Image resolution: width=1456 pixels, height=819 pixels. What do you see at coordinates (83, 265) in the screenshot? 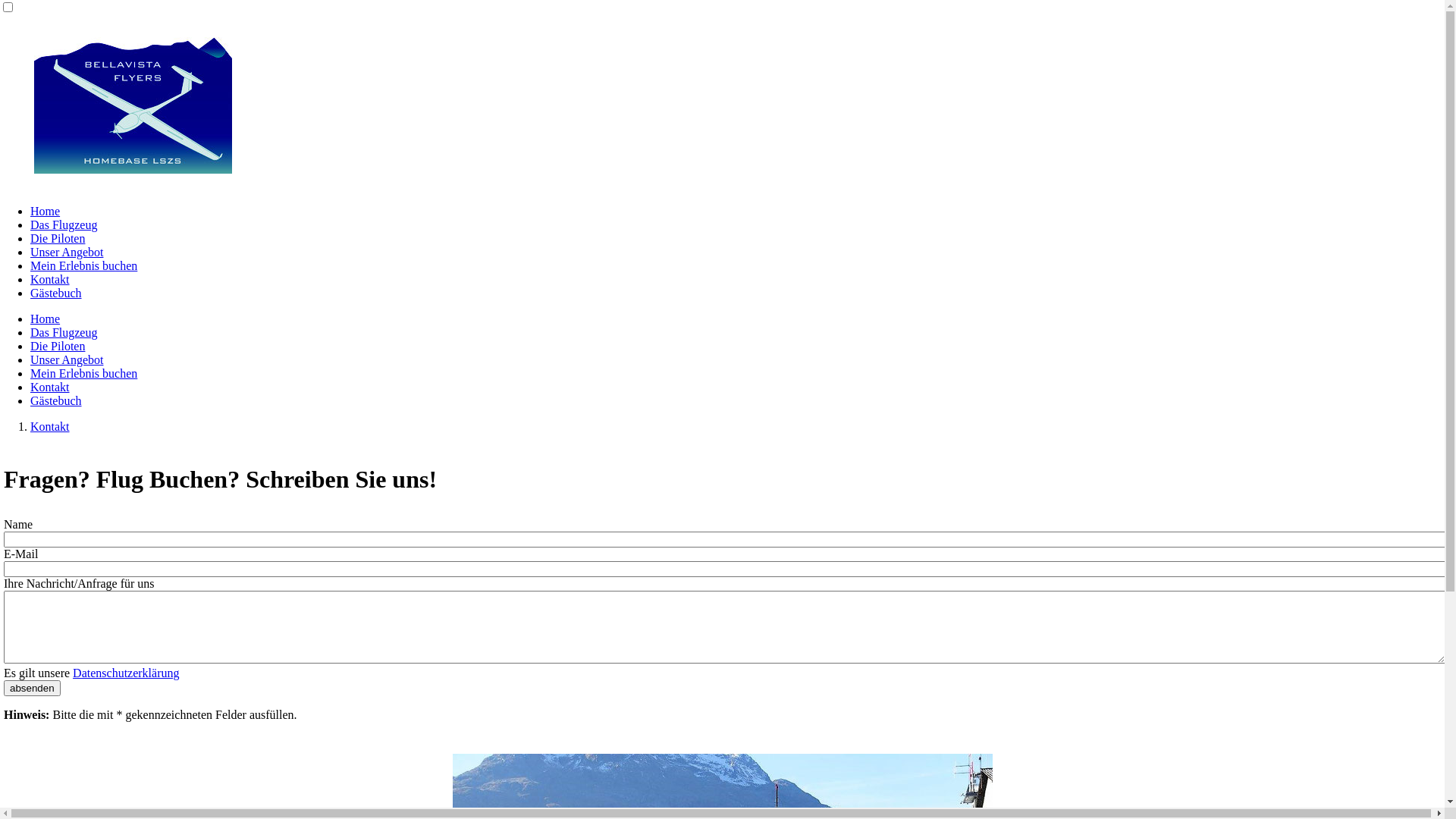
I see `'Mein Erlebnis buchen'` at bounding box center [83, 265].